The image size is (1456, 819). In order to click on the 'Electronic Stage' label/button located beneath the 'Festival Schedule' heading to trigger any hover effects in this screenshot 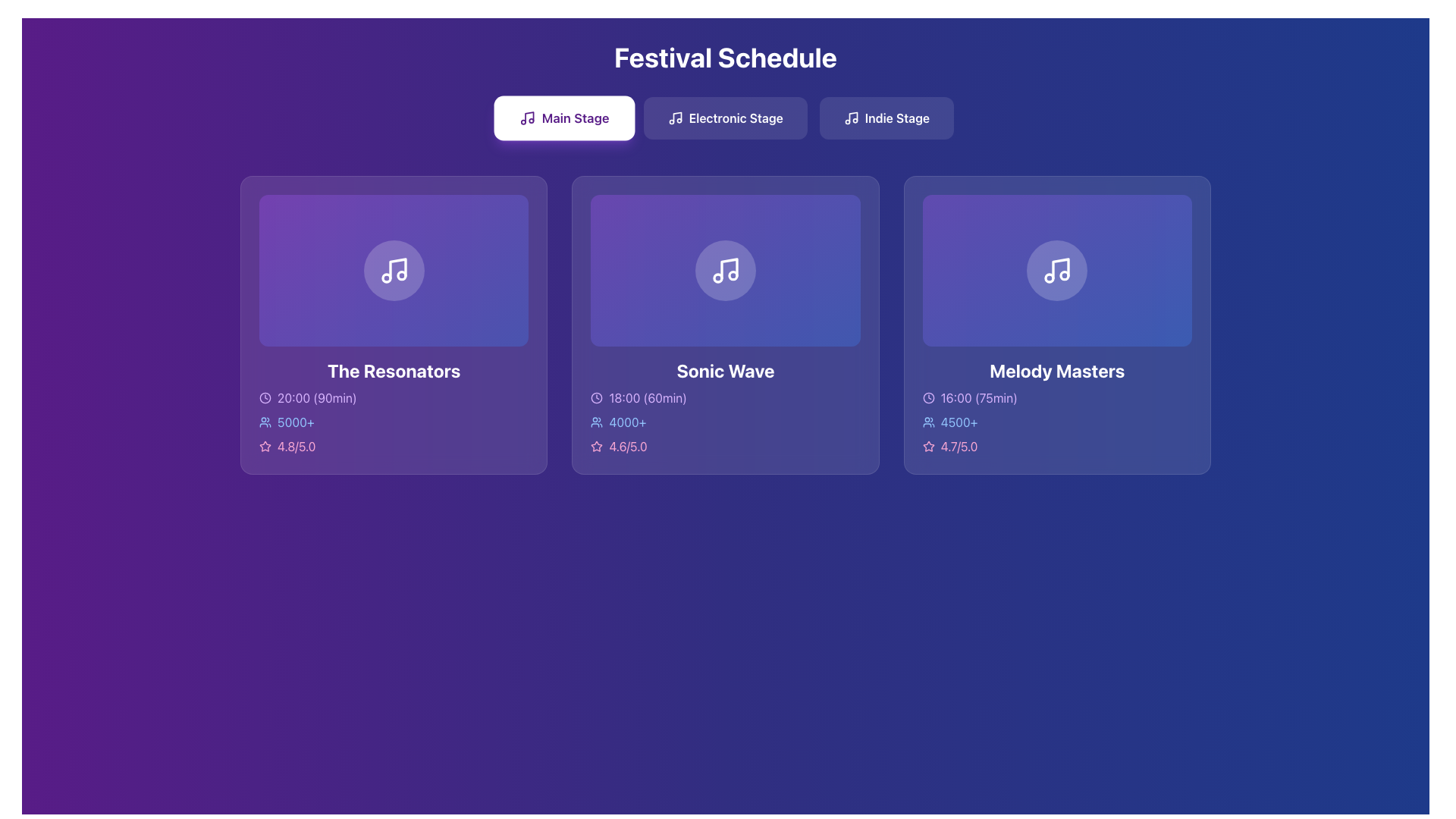, I will do `click(736, 117)`.